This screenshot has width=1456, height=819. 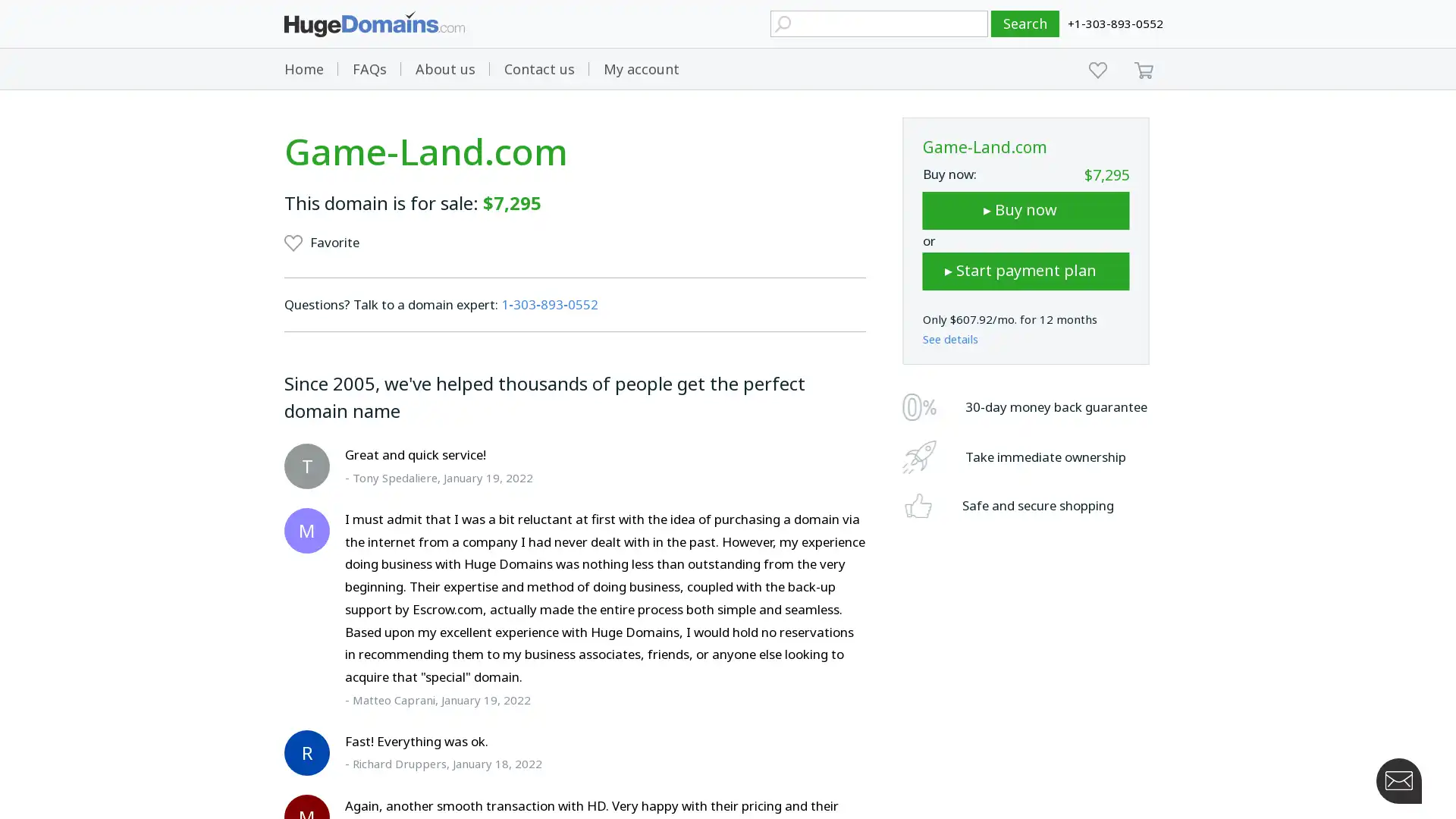 I want to click on Search, so click(x=1025, y=24).